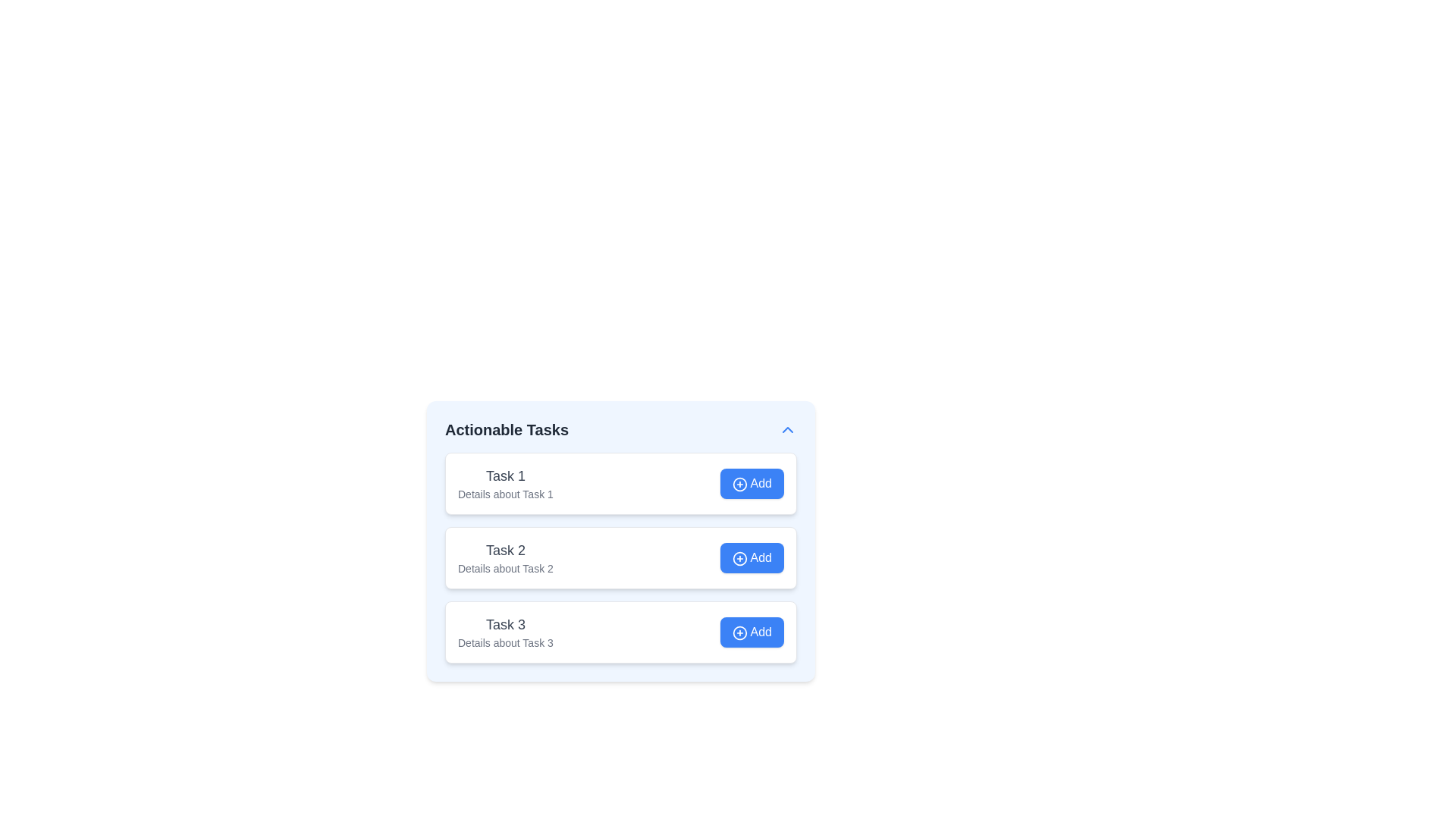 The height and width of the screenshot is (819, 1456). Describe the element at coordinates (739, 558) in the screenshot. I see `the circular plus icon located at the right end of the 'Add' button within the card for 'Task 2' in the 'Actionable Tasks' section` at that location.